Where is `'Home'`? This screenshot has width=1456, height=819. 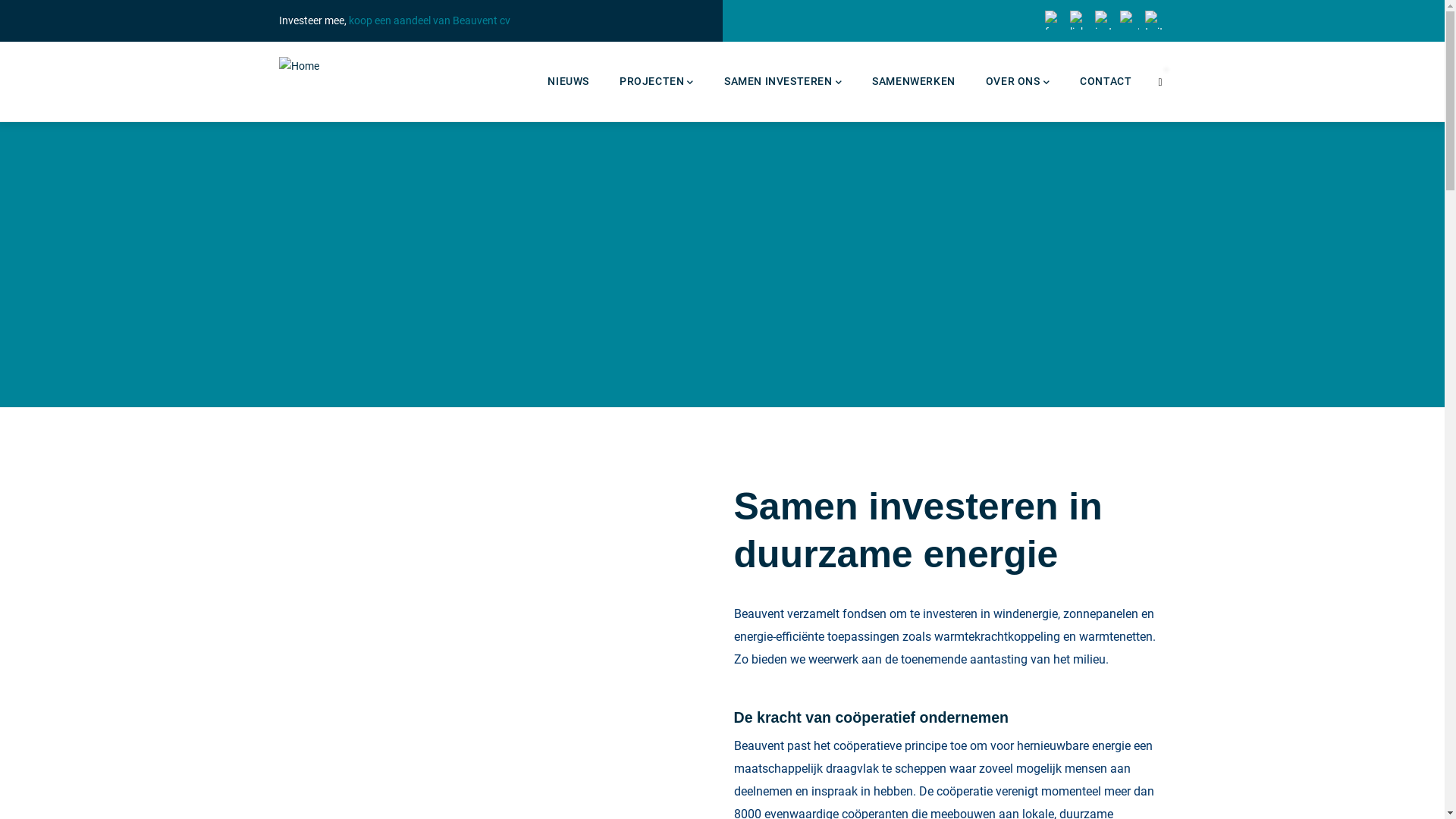
'Home' is located at coordinates (299, 65).